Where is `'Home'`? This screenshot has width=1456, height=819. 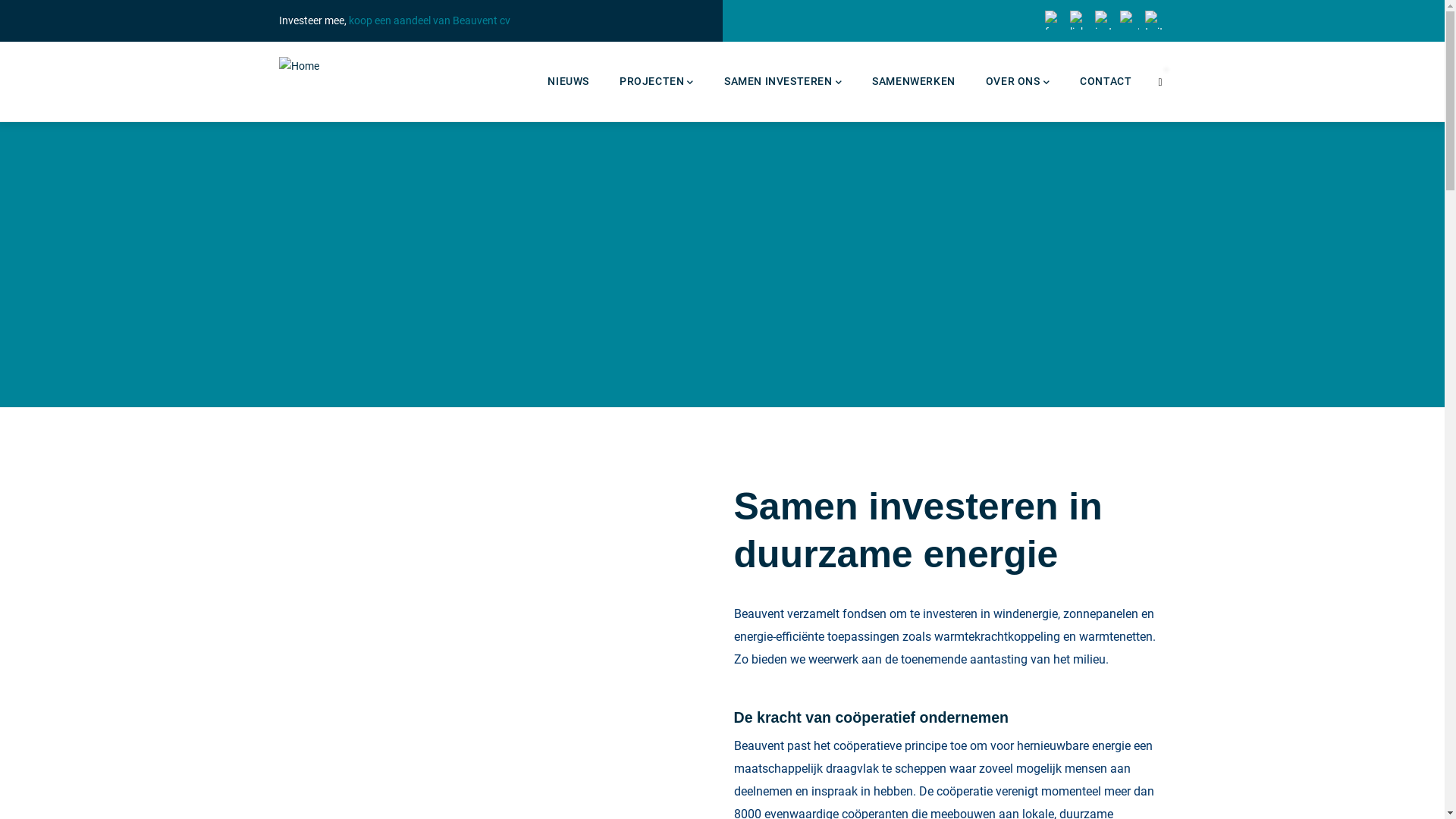
'Home' is located at coordinates (299, 65).